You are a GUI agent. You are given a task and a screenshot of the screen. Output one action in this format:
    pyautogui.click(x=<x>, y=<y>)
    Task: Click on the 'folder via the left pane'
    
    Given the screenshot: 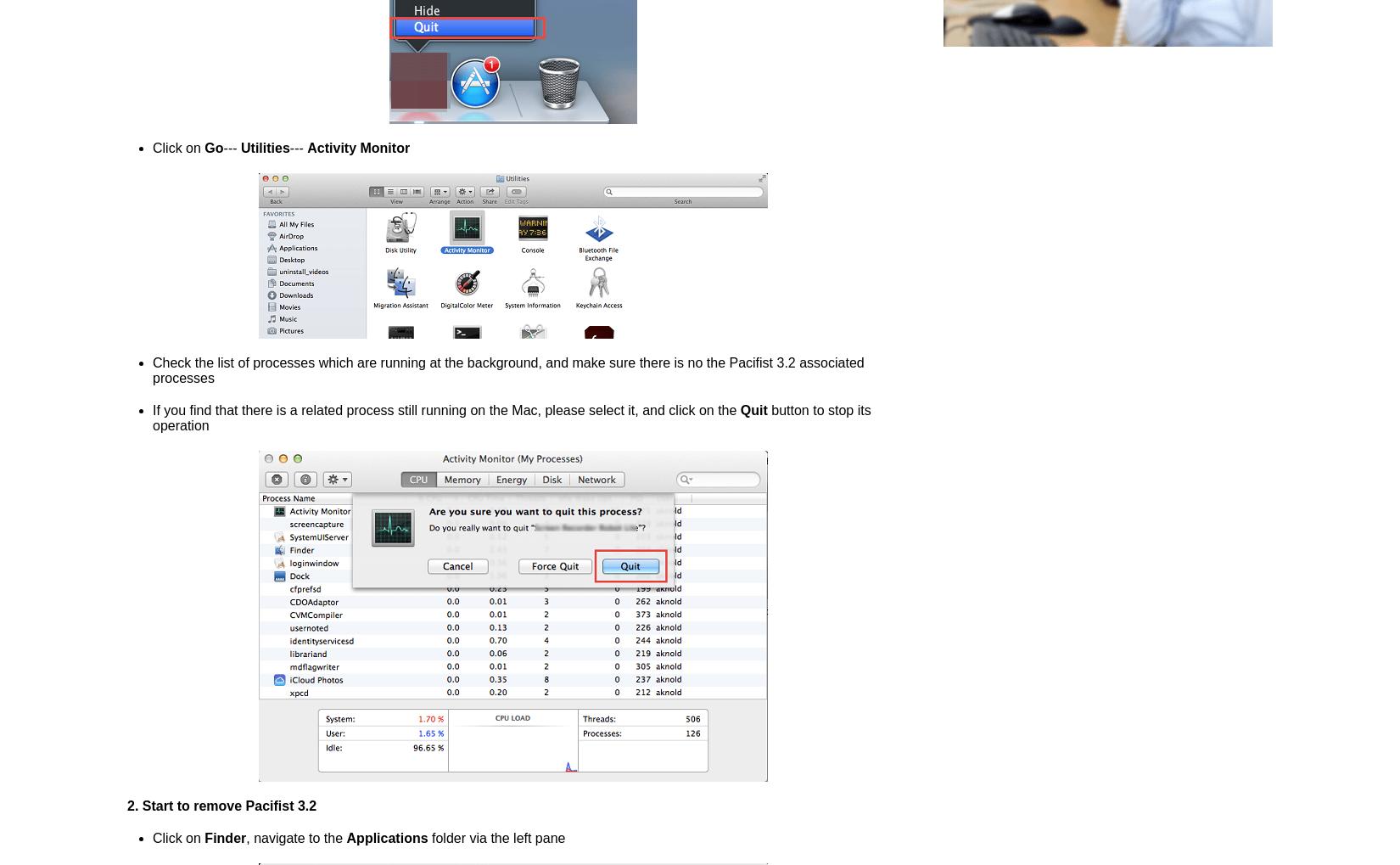 What is the action you would take?
    pyautogui.click(x=495, y=838)
    